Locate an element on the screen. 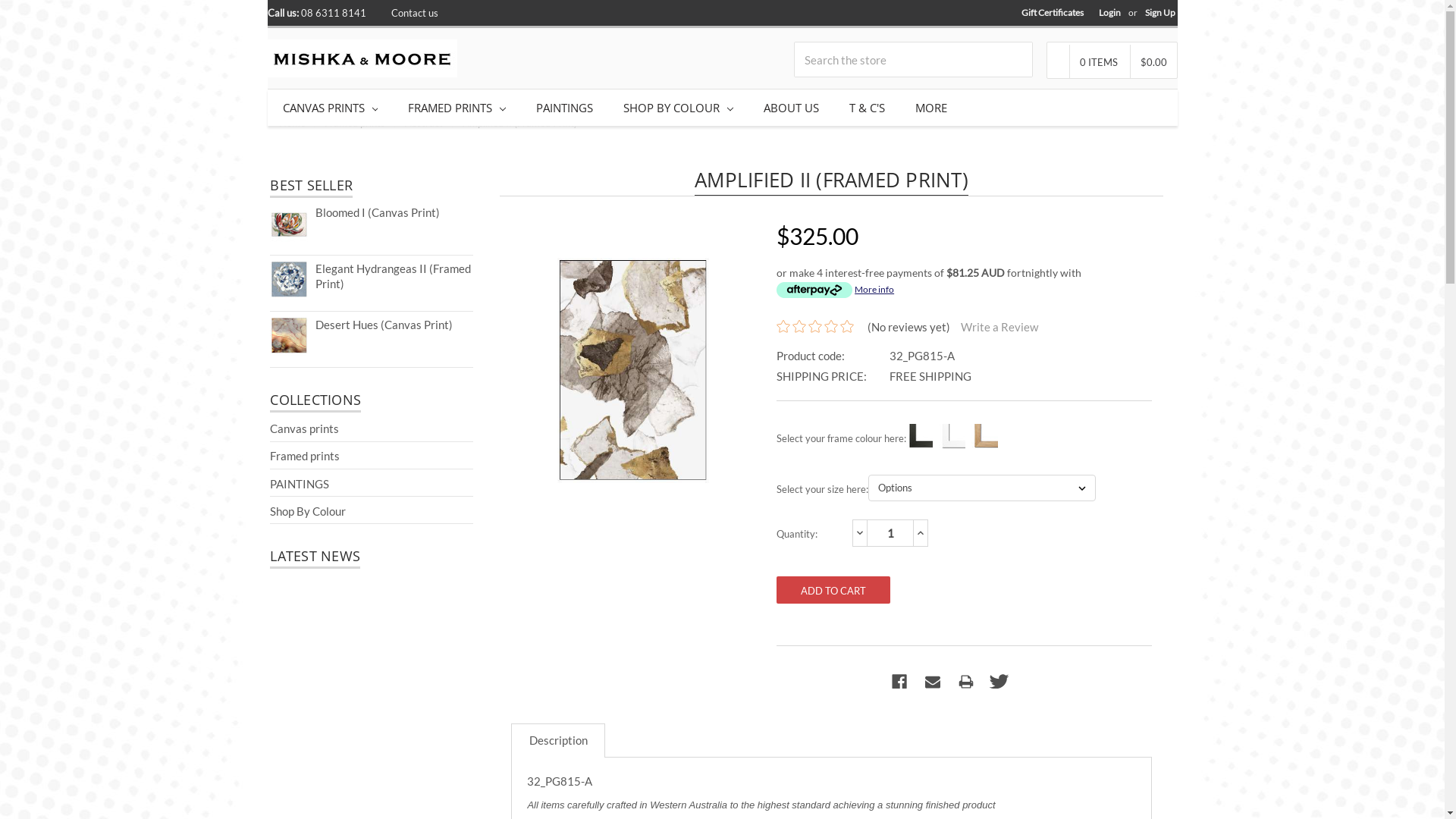 The height and width of the screenshot is (819, 1456). 'FRAMED PRINTS' is located at coordinates (456, 107).